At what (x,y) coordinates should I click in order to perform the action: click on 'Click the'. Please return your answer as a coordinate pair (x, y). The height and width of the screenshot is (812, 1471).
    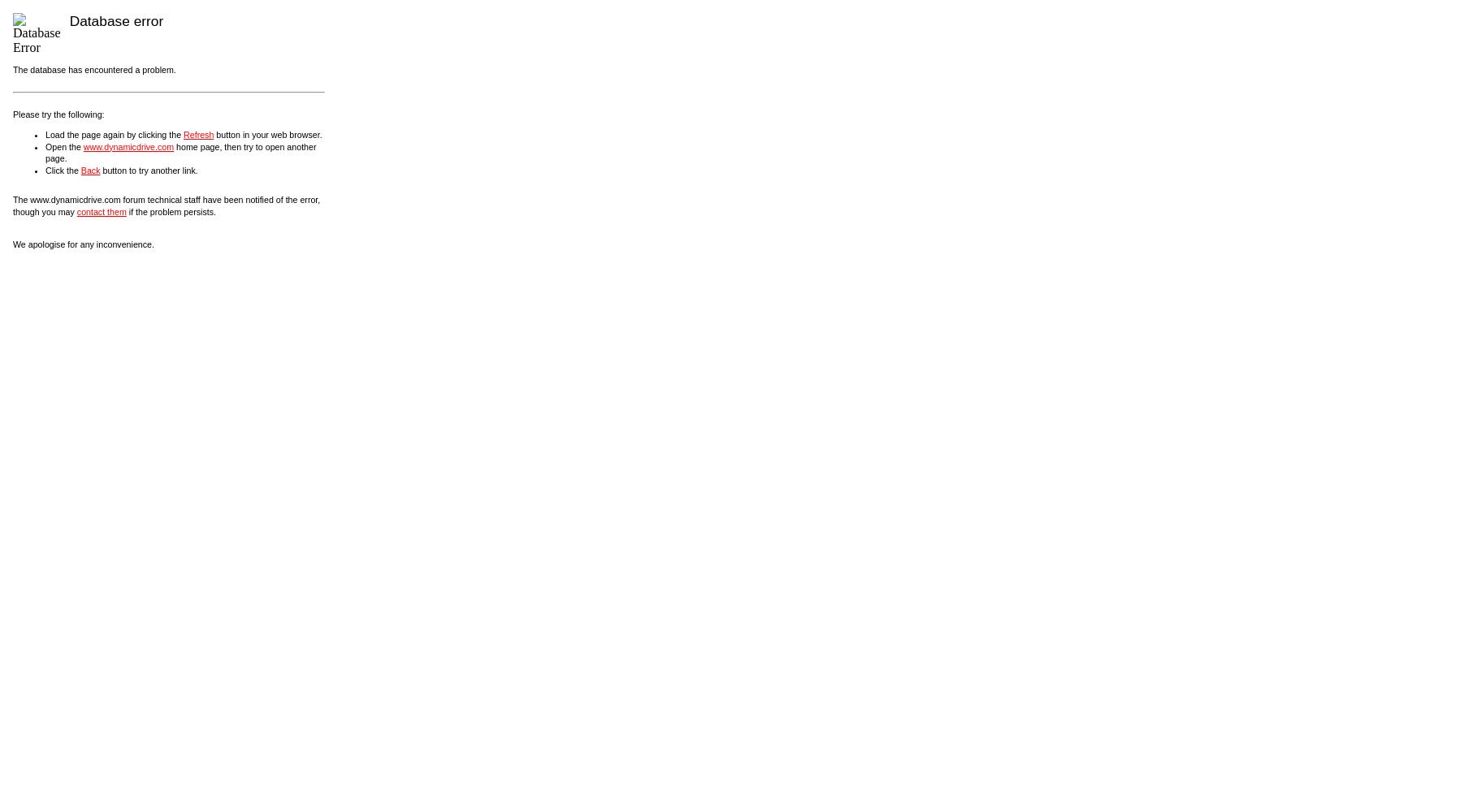
    Looking at the image, I should click on (45, 169).